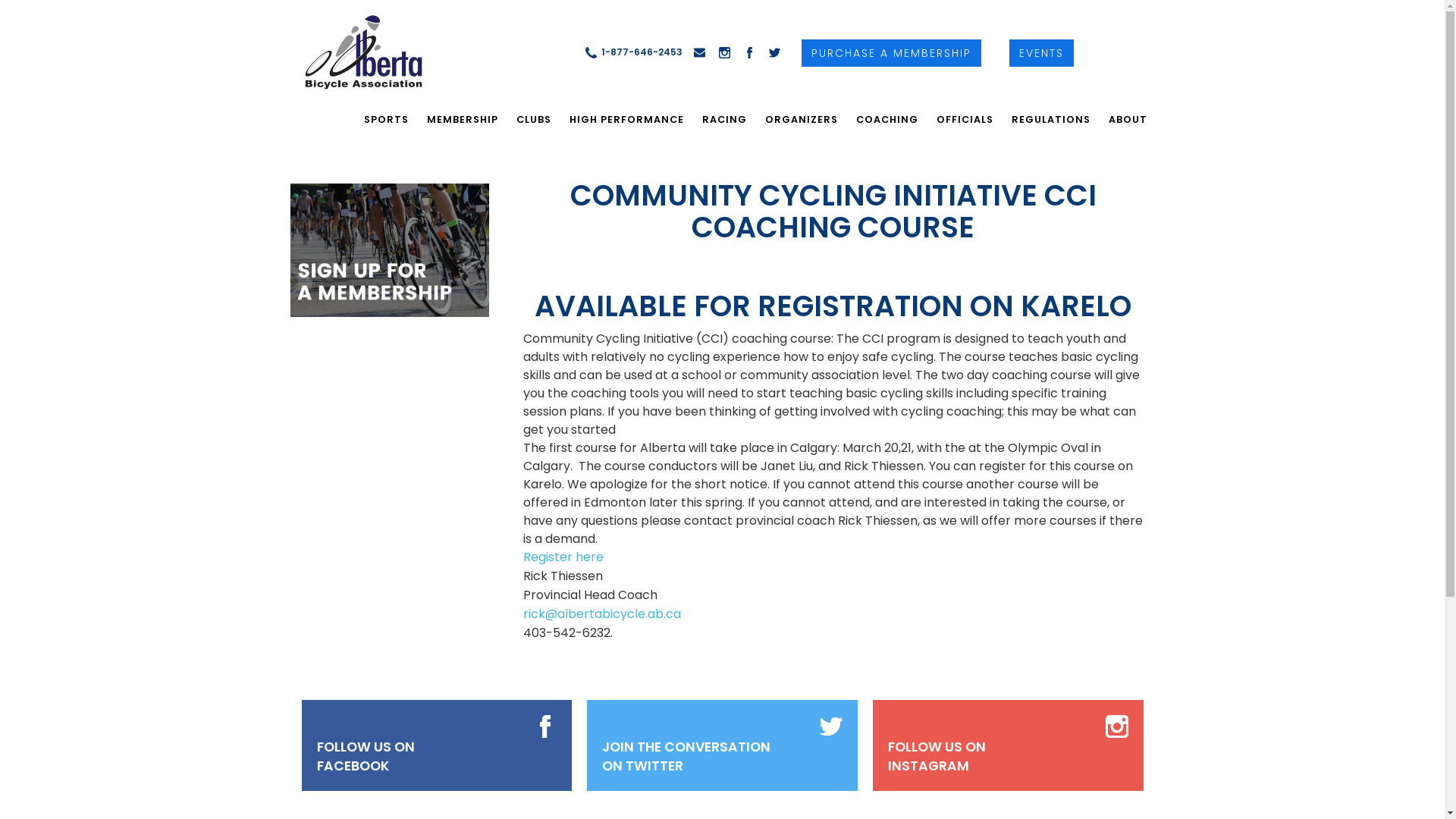 The height and width of the screenshot is (819, 1456). I want to click on 'ORGANIZERS', so click(800, 119).